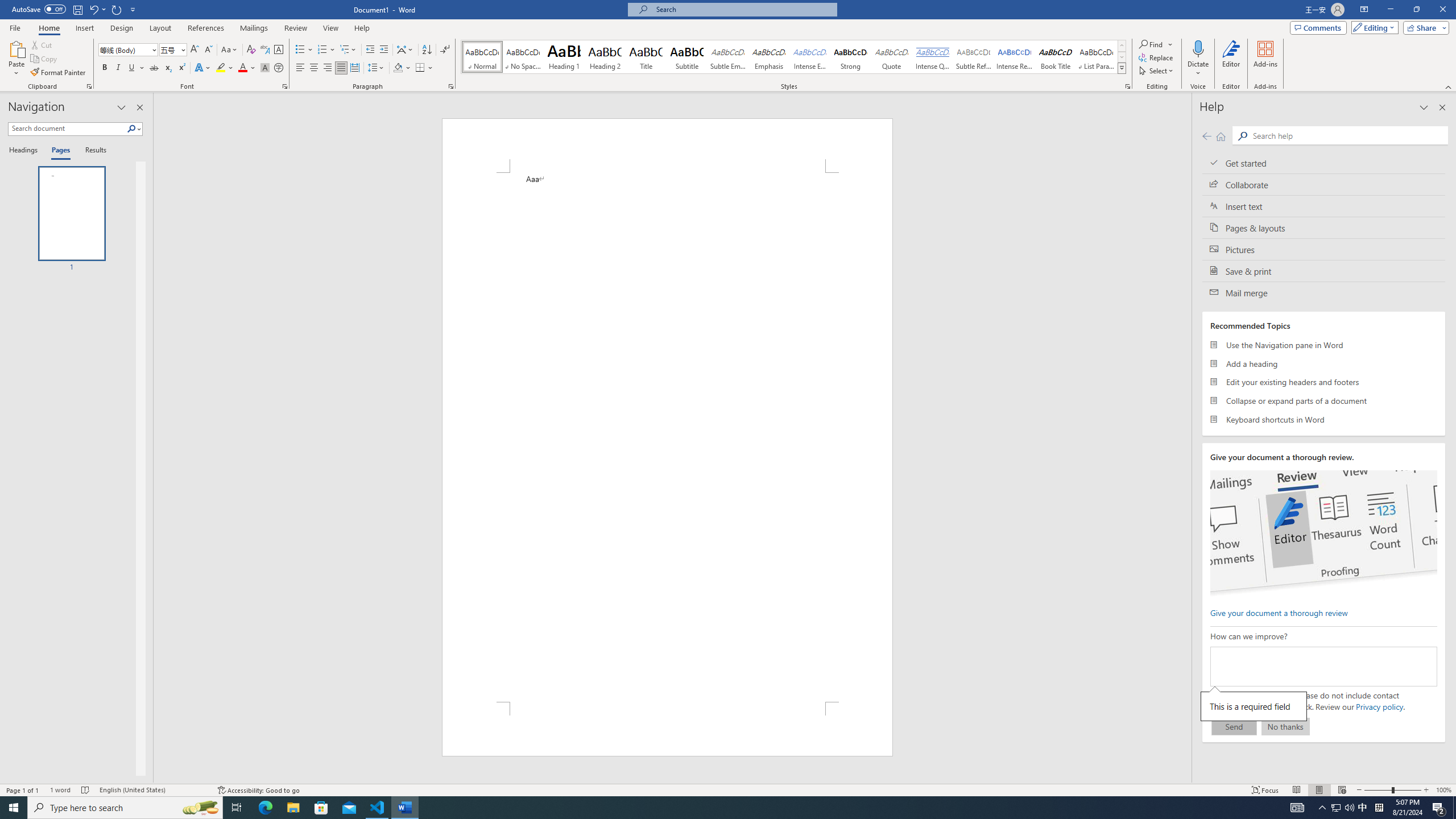  Describe the element at coordinates (1323, 400) in the screenshot. I see `'Collapse or expand parts of a document'` at that location.